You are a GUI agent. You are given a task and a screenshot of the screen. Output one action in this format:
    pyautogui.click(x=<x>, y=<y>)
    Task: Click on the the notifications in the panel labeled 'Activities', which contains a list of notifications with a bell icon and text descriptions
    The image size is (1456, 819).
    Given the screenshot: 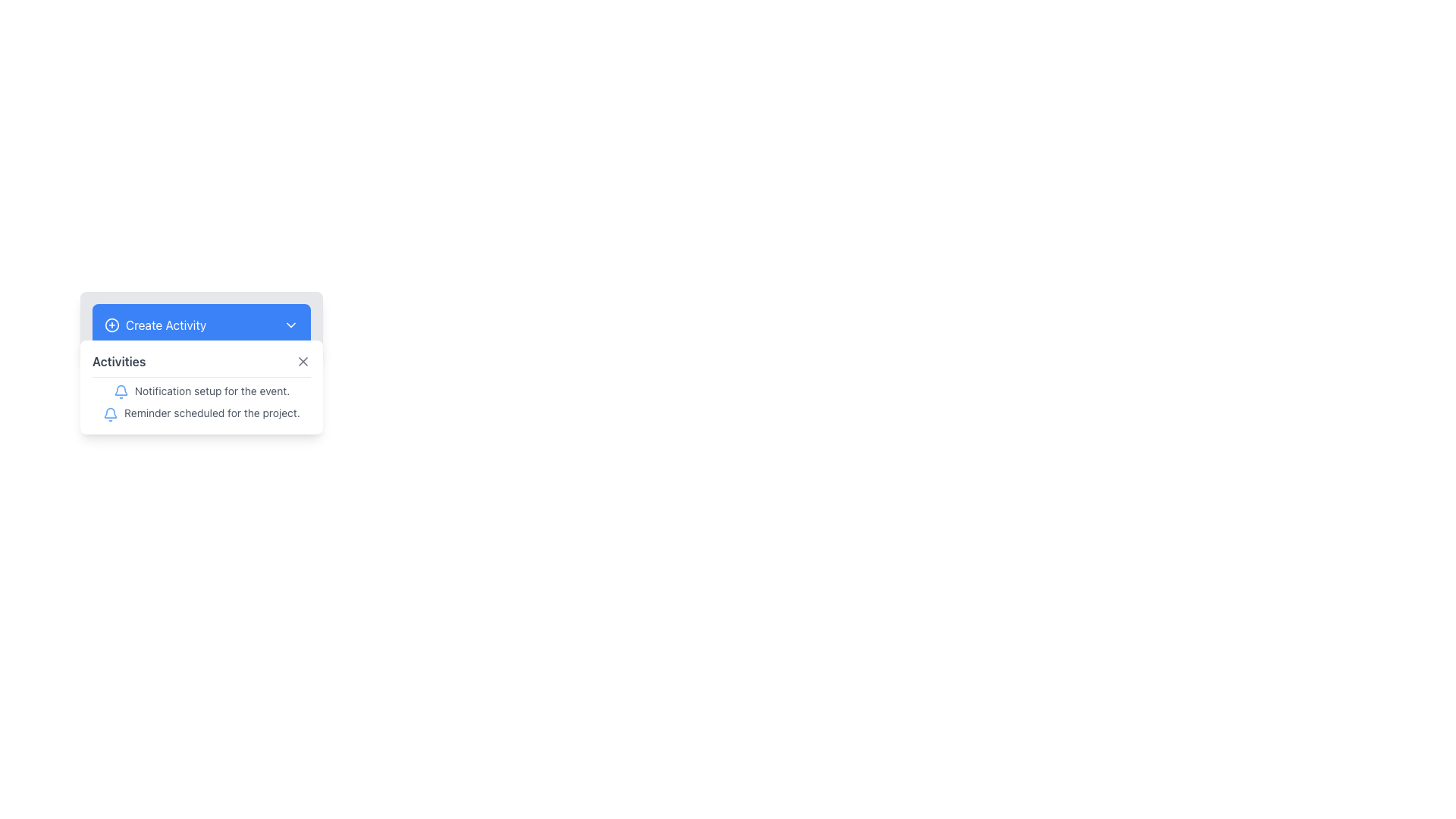 What is the action you would take?
    pyautogui.click(x=200, y=385)
    